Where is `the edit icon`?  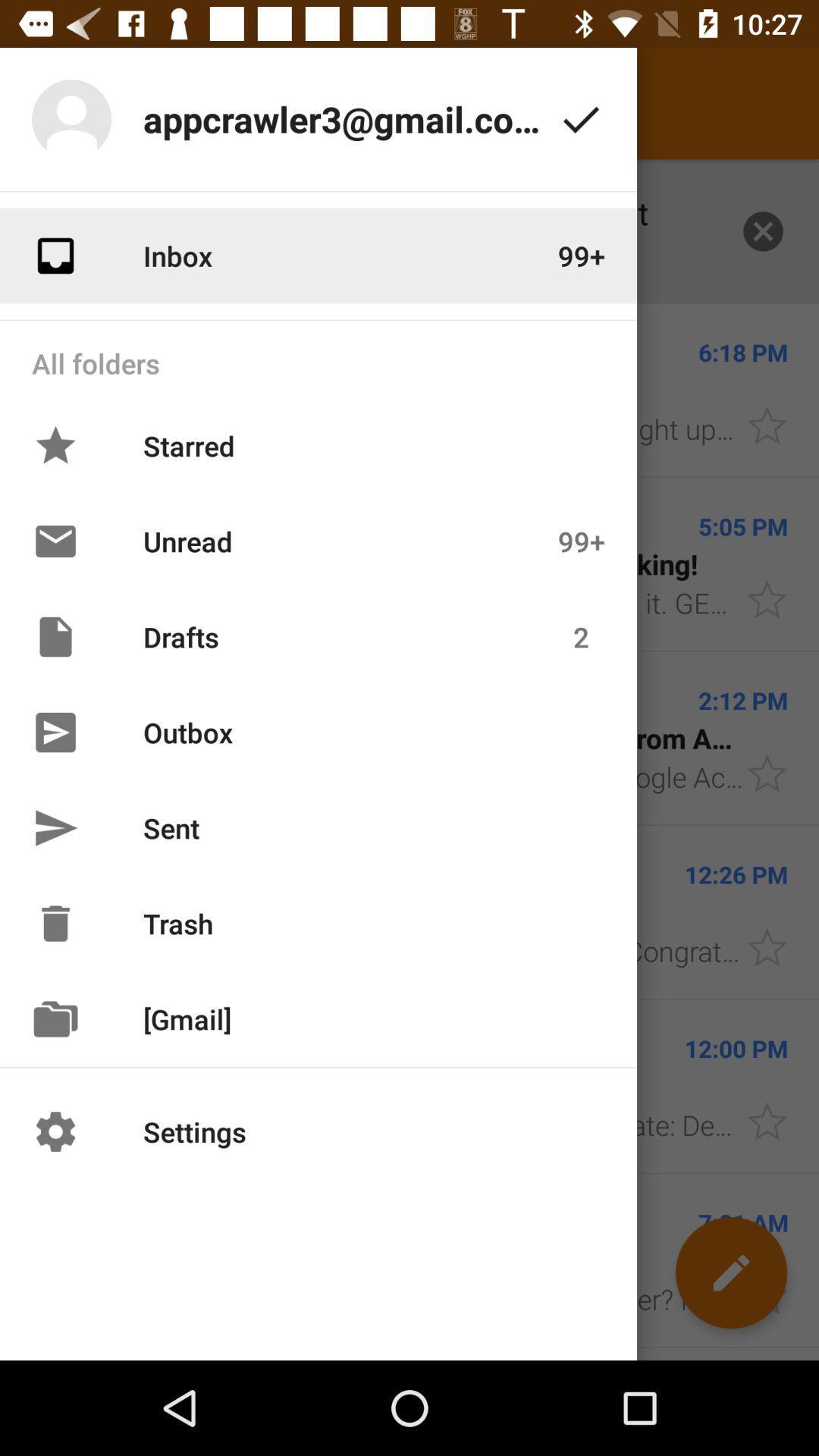 the edit icon is located at coordinates (730, 1272).